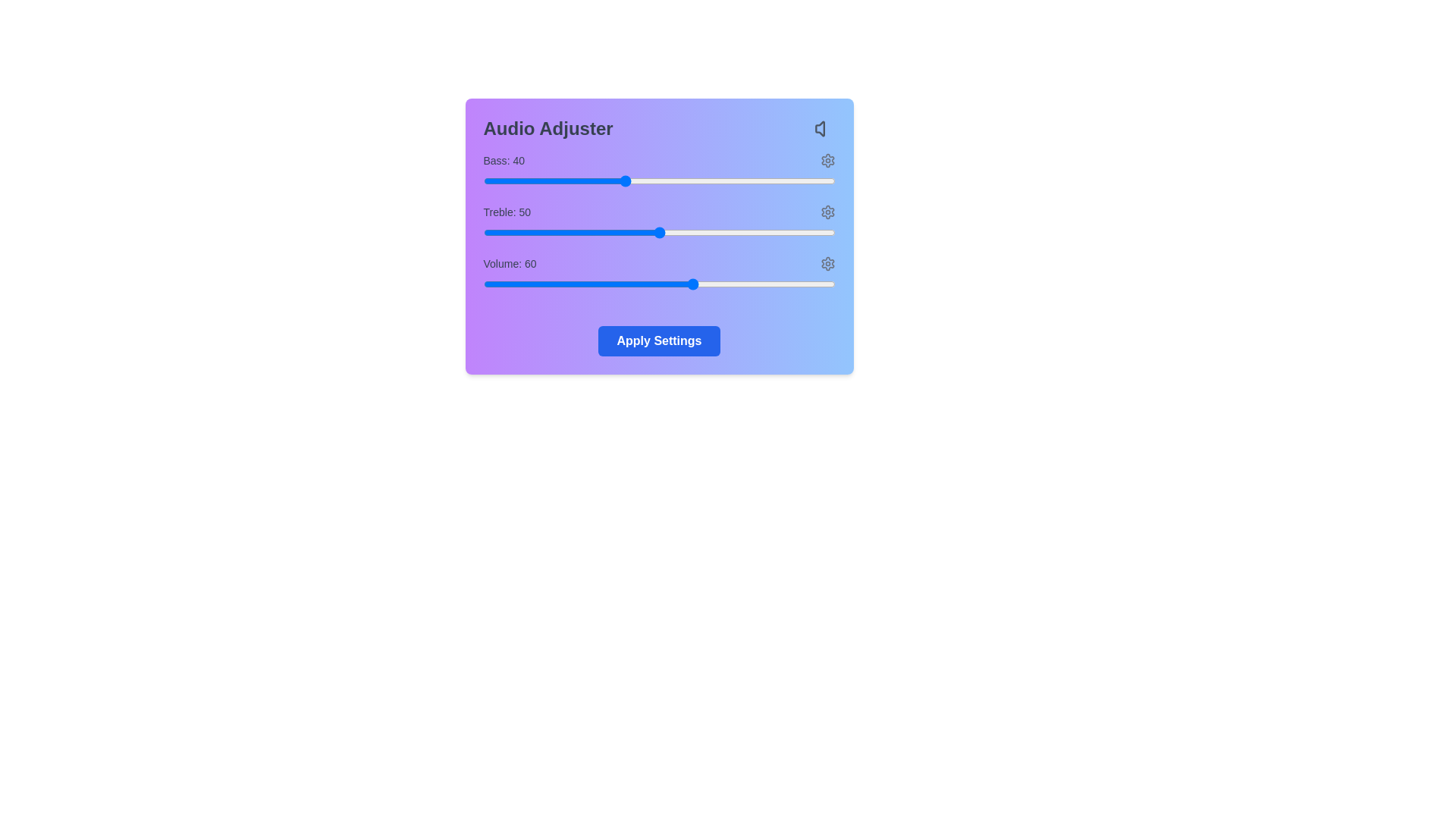 This screenshot has height=819, width=1456. Describe the element at coordinates (824, 127) in the screenshot. I see `the volume control icon located on the far right side of the 'Audio Adjuster' title bar` at that location.